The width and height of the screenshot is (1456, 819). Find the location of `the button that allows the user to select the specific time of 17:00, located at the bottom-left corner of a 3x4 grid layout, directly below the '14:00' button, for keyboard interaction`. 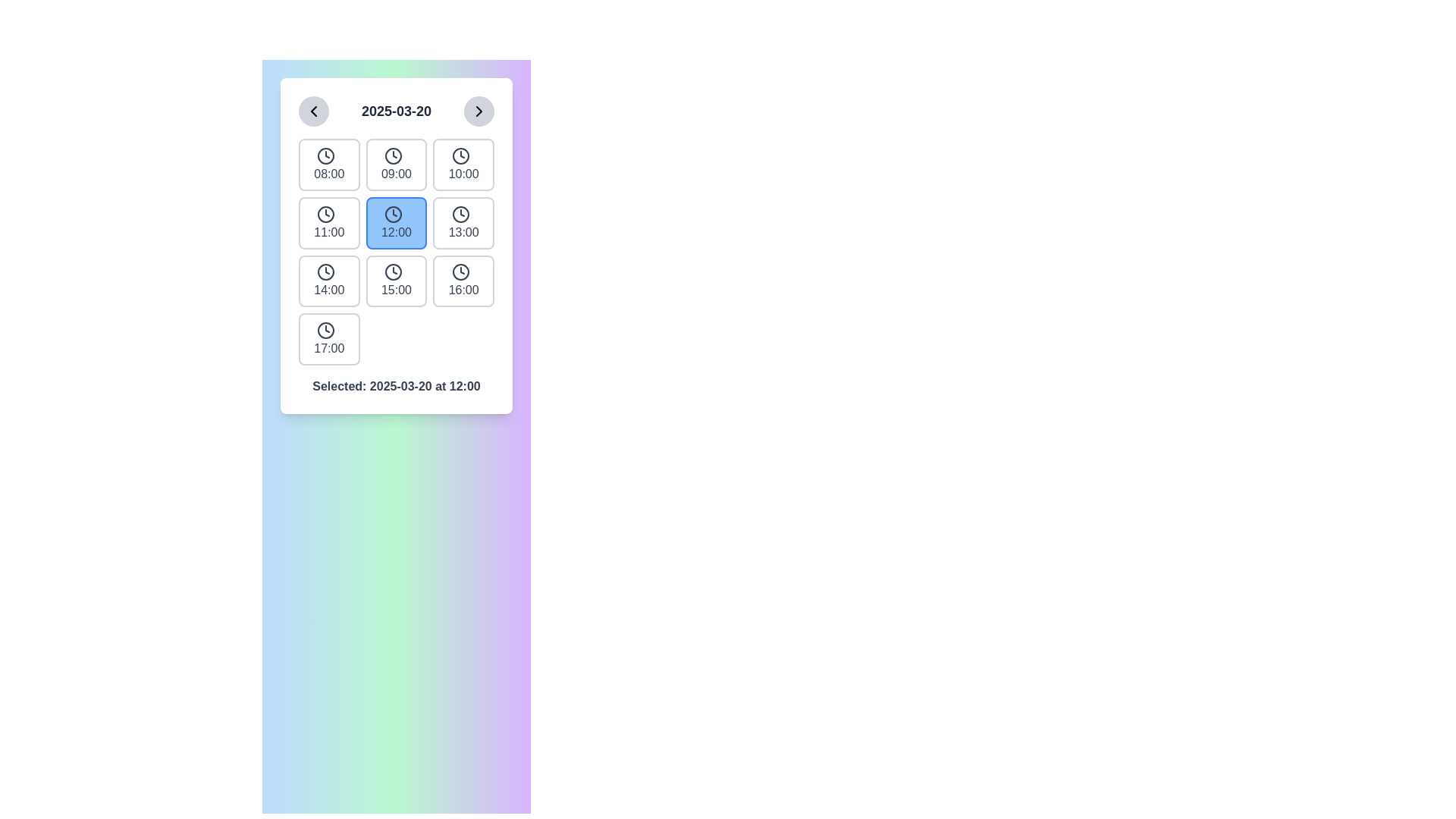

the button that allows the user to select the specific time of 17:00, located at the bottom-left corner of a 3x4 grid layout, directly below the '14:00' button, for keyboard interaction is located at coordinates (328, 338).